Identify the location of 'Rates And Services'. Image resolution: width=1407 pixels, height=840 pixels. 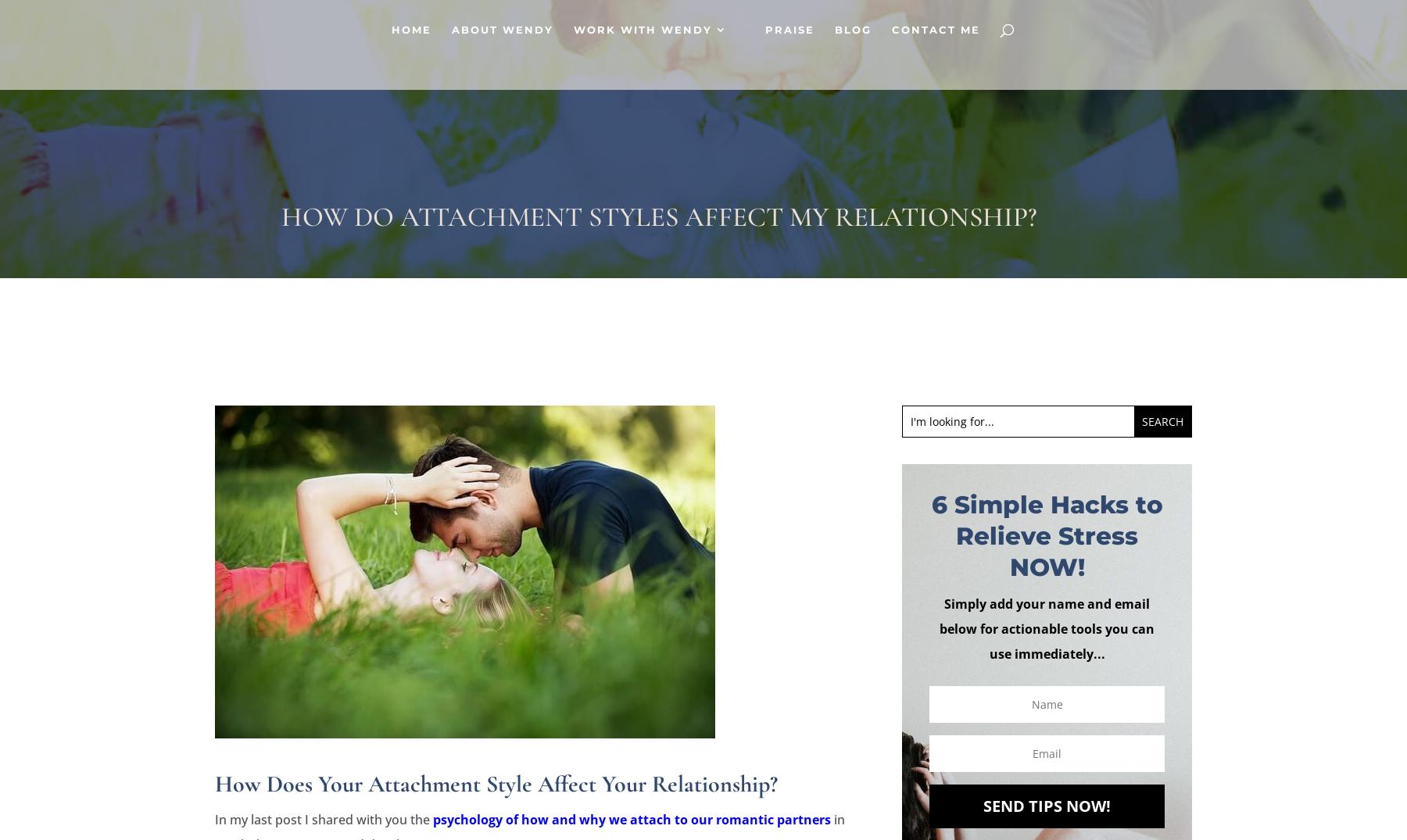
(603, 312).